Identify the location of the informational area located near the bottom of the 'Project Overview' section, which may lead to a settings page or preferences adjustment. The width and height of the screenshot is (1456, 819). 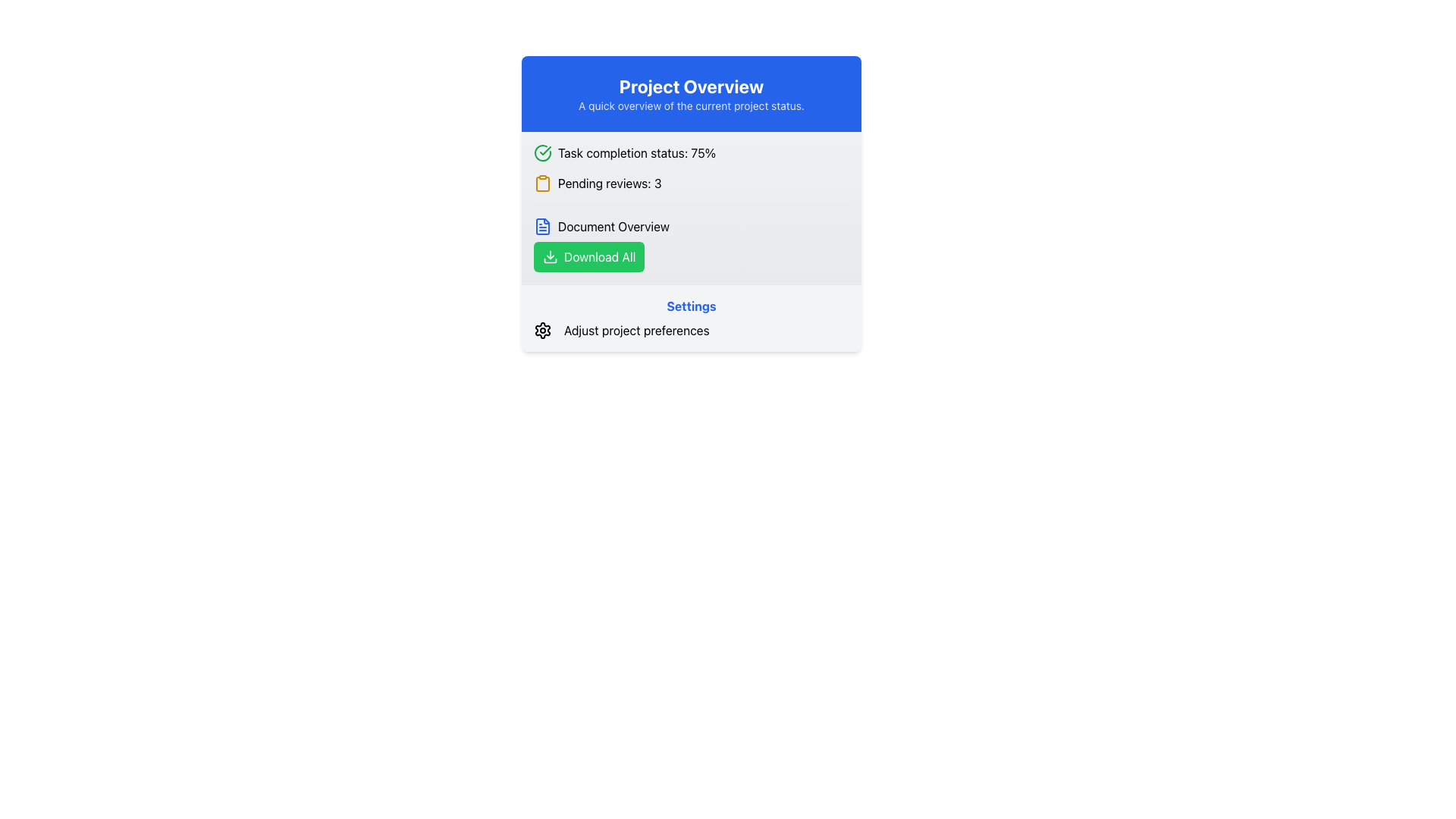
(691, 317).